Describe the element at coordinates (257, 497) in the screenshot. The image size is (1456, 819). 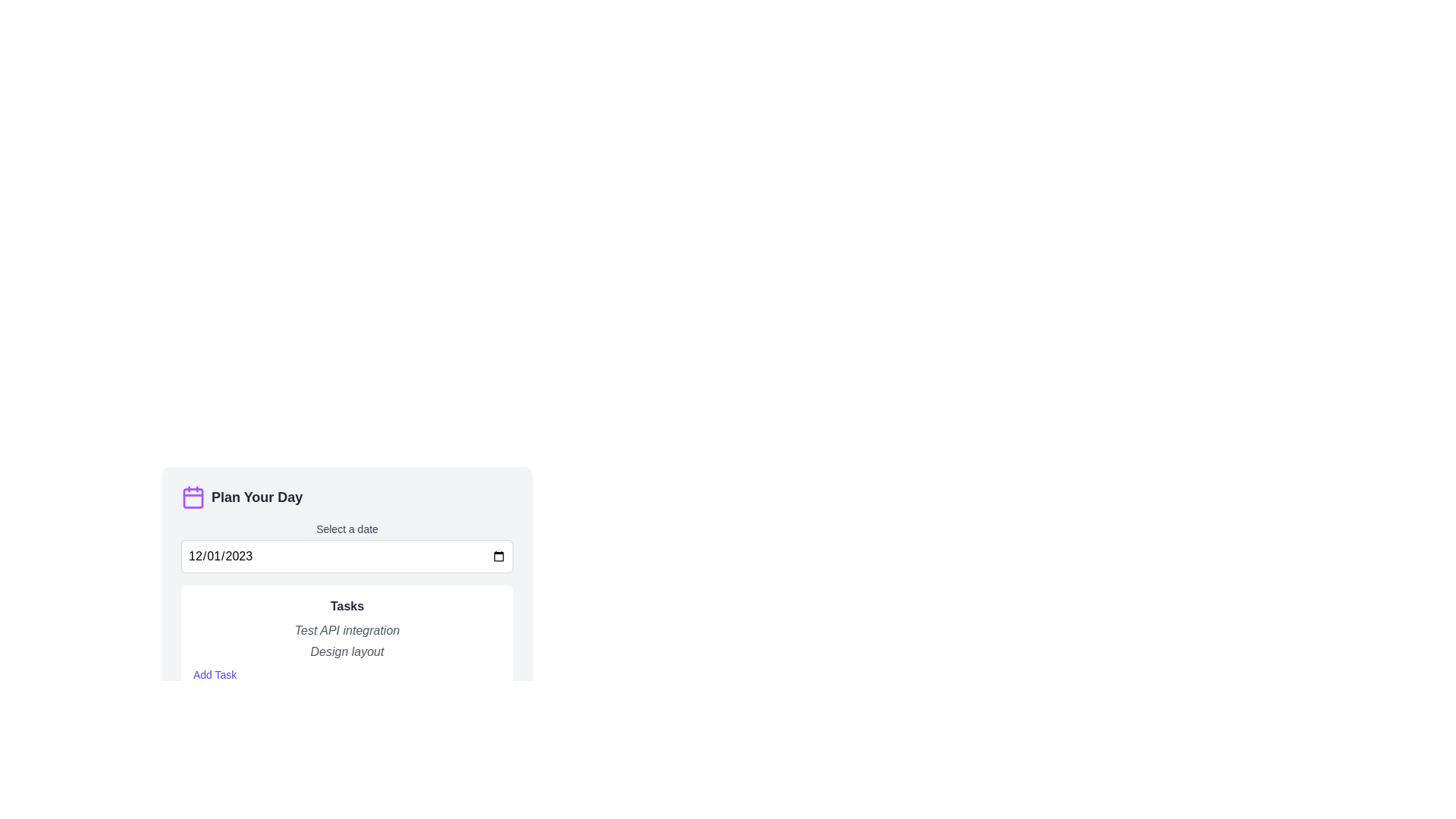
I see `the text label that serves as the header for the task planning section, located immediately to the right of the purple calendar icon in the upper portion of the planner interface` at that location.